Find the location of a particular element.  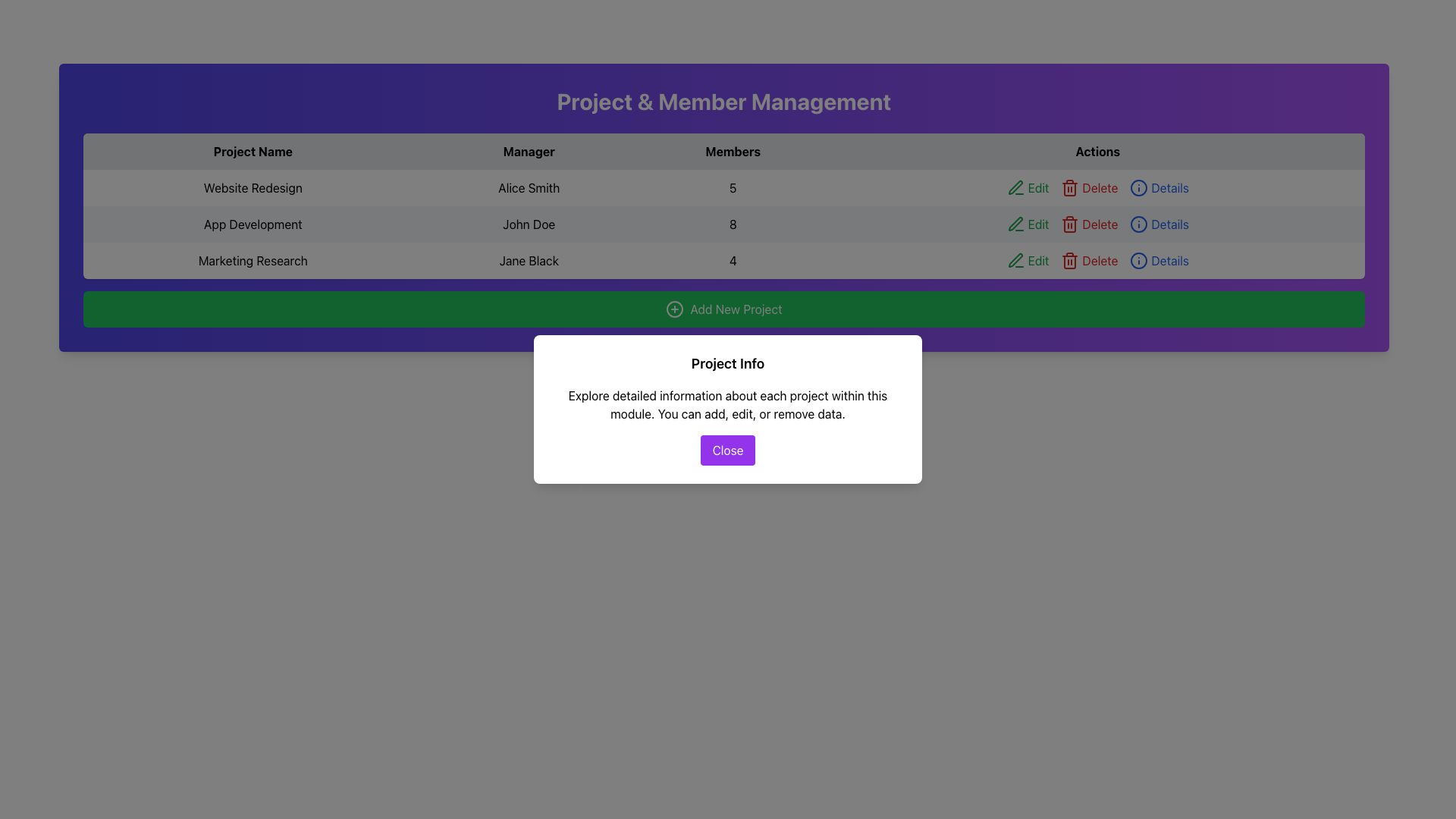

the Text Block that provides descriptive information below the 'Project Info' header and above the 'Close' button in the modal dialog is located at coordinates (728, 403).